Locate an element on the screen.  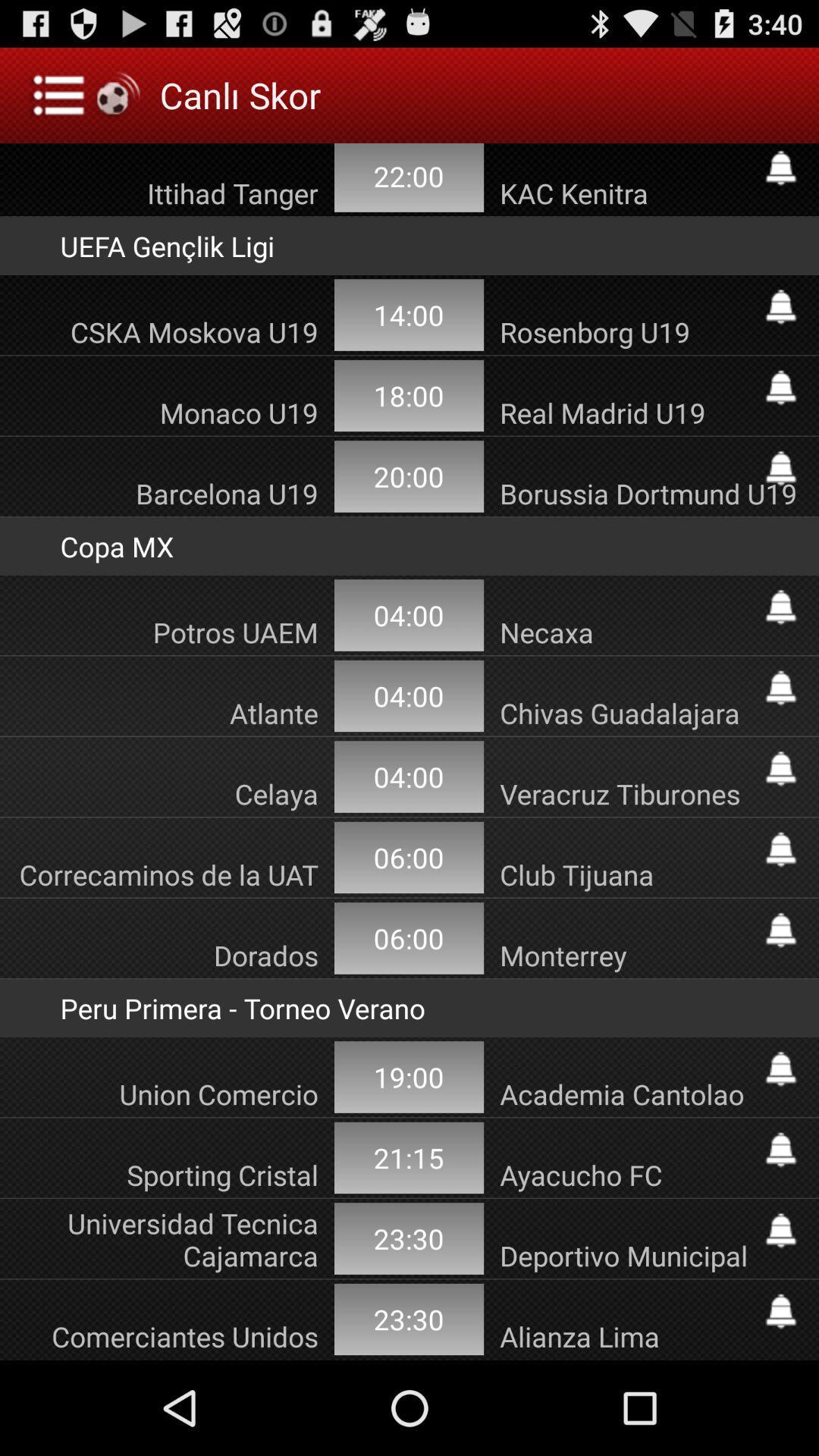
follow comerciantes unidos alianza lima is located at coordinates (780, 1310).